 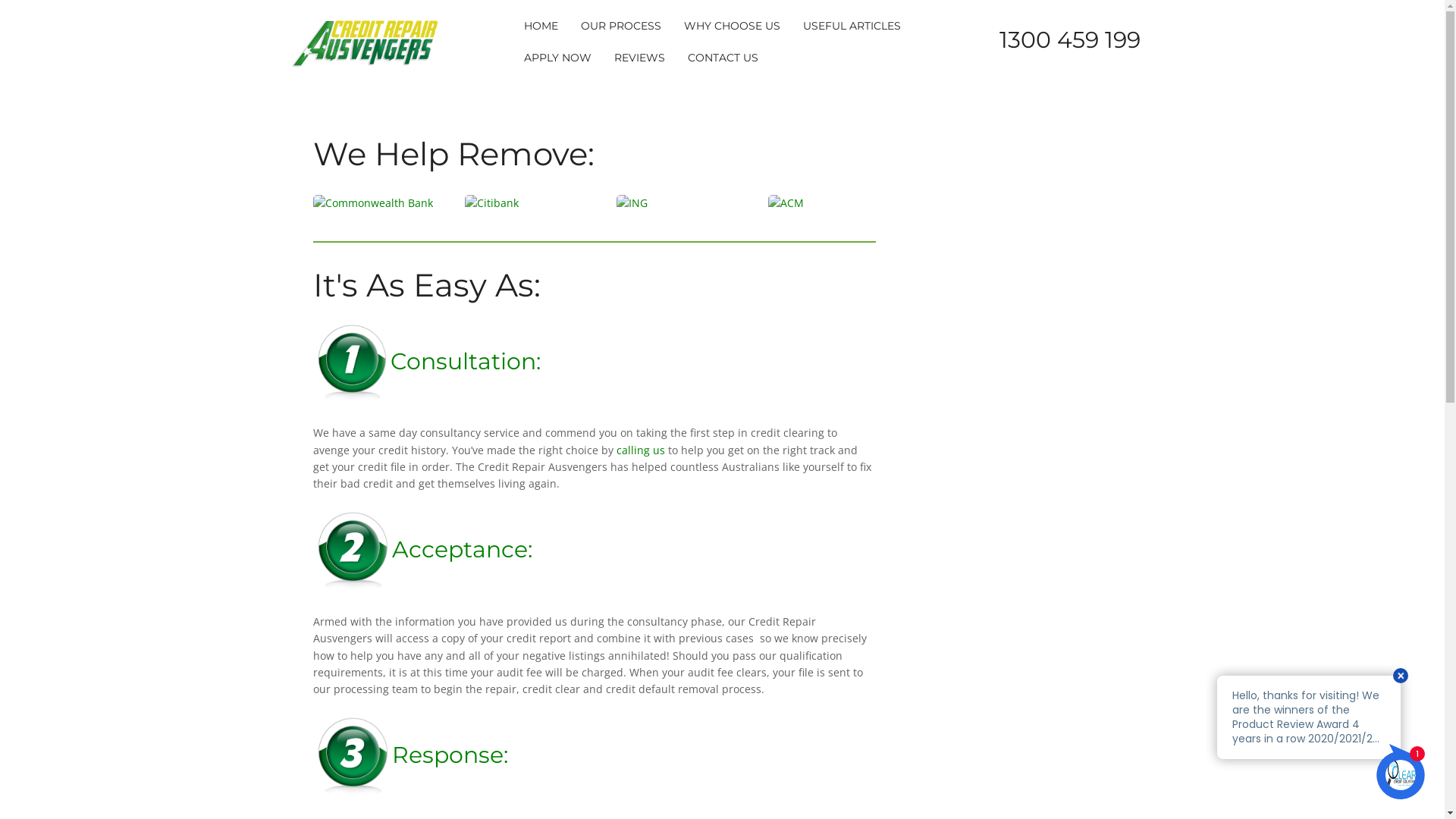 What do you see at coordinates (722, 57) in the screenshot?
I see `'CONTACT US'` at bounding box center [722, 57].